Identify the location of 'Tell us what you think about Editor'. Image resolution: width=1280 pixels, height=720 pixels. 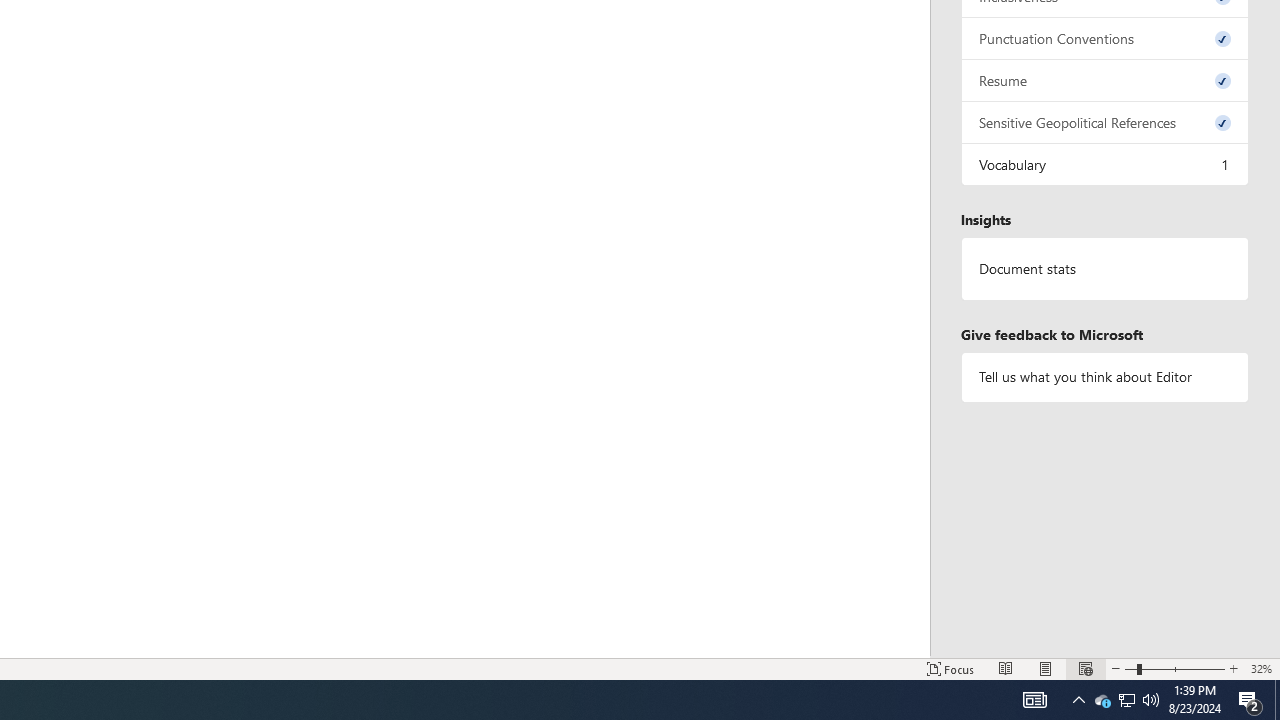
(1104, 377).